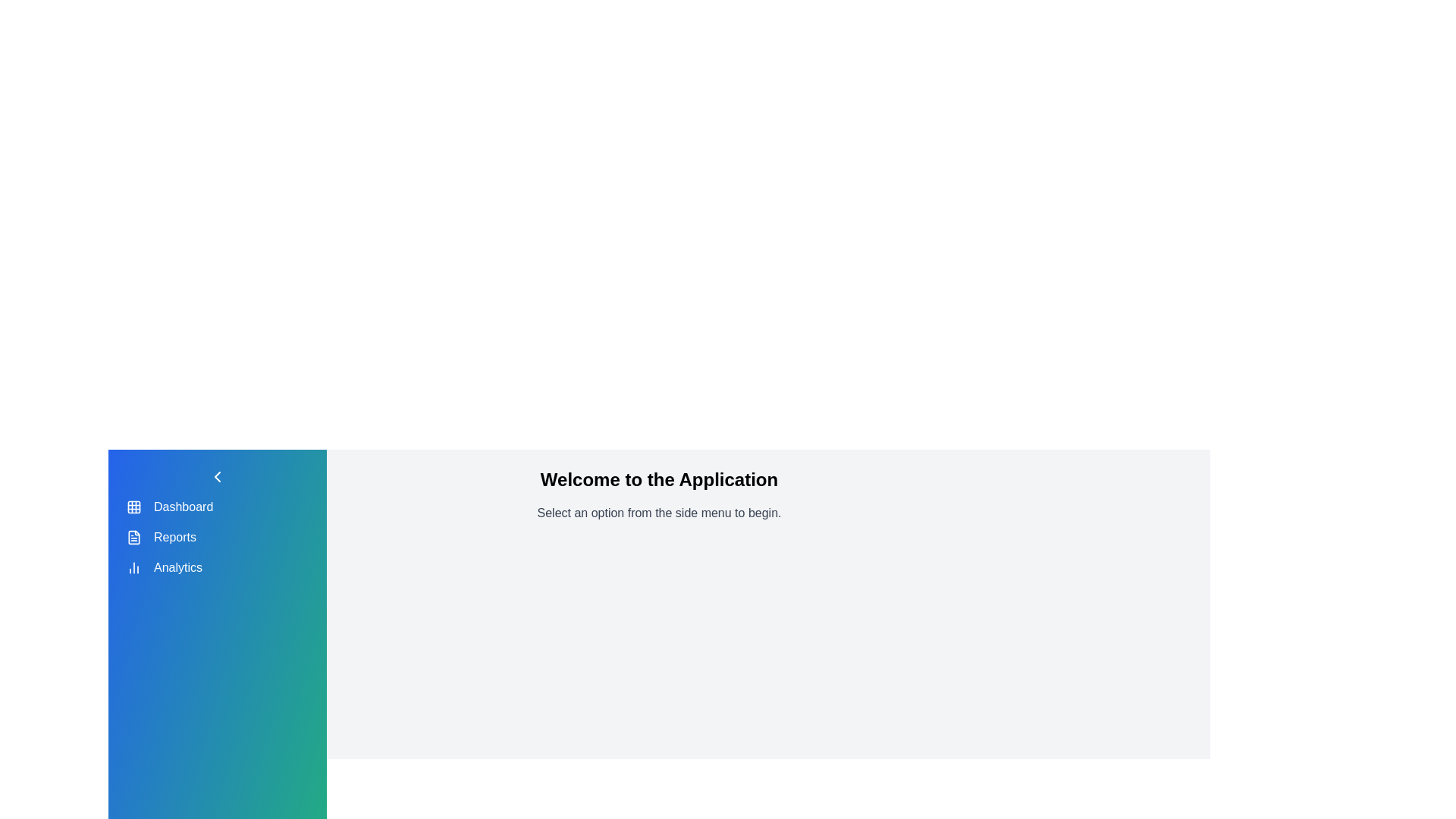 This screenshot has width=1456, height=819. Describe the element at coordinates (134, 567) in the screenshot. I see `the sidebar item Analytics` at that location.